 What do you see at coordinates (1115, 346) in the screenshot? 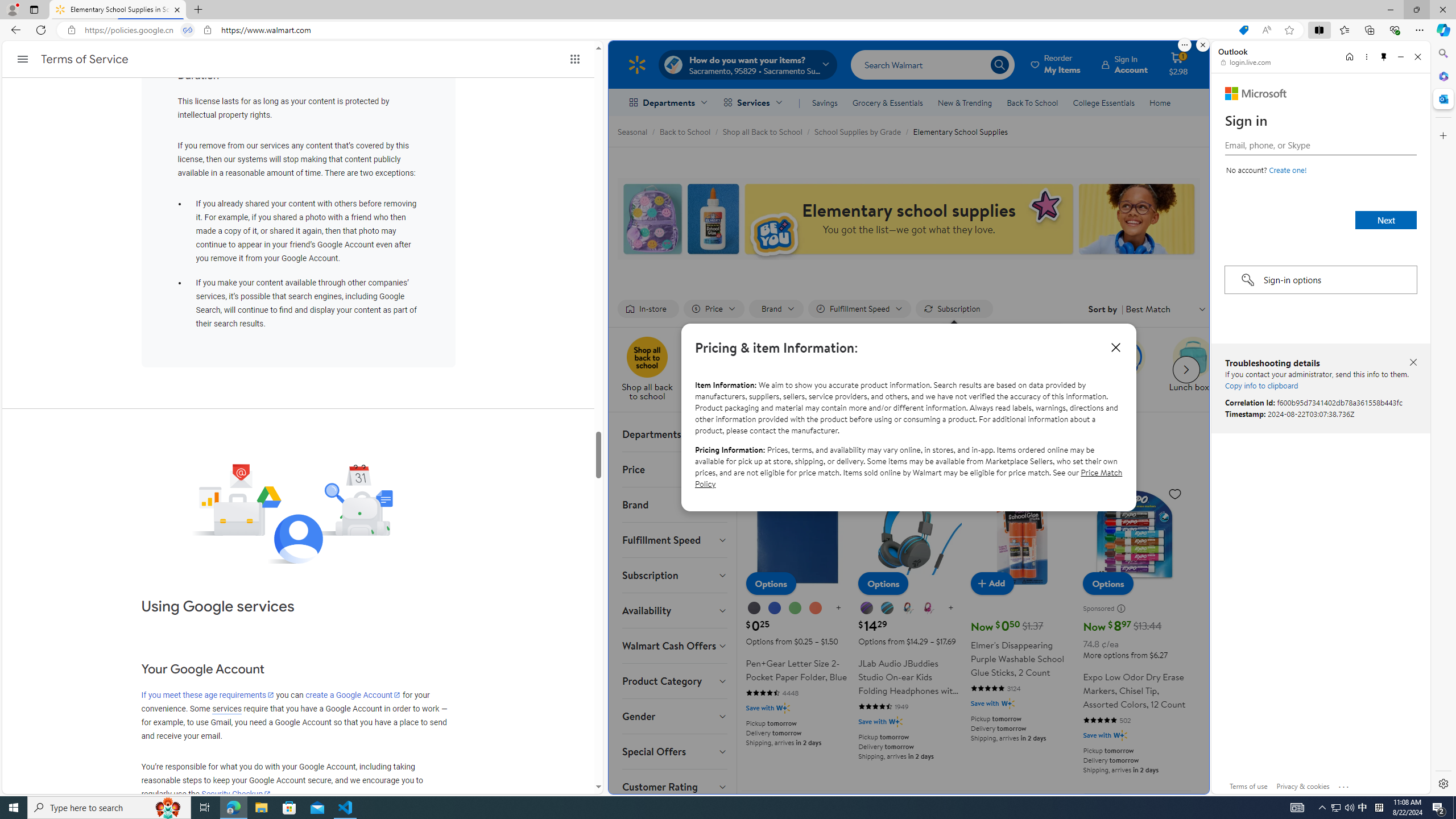
I see `'Close dialog'` at bounding box center [1115, 346].